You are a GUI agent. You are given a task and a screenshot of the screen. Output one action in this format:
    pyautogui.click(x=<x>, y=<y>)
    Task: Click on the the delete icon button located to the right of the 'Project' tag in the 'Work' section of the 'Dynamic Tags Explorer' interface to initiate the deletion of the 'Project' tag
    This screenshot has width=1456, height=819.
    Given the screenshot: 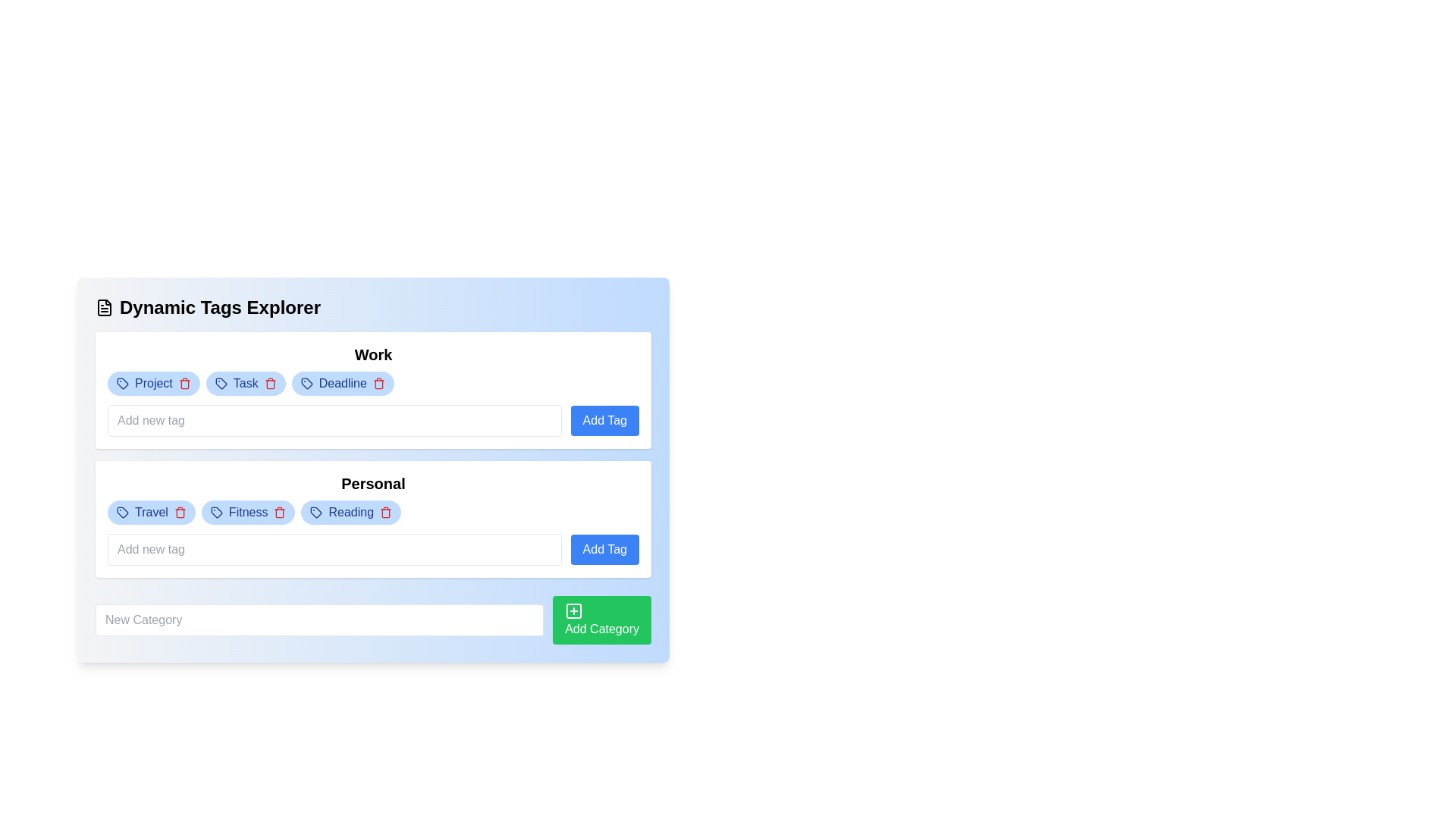 What is the action you would take?
    pyautogui.click(x=184, y=382)
    